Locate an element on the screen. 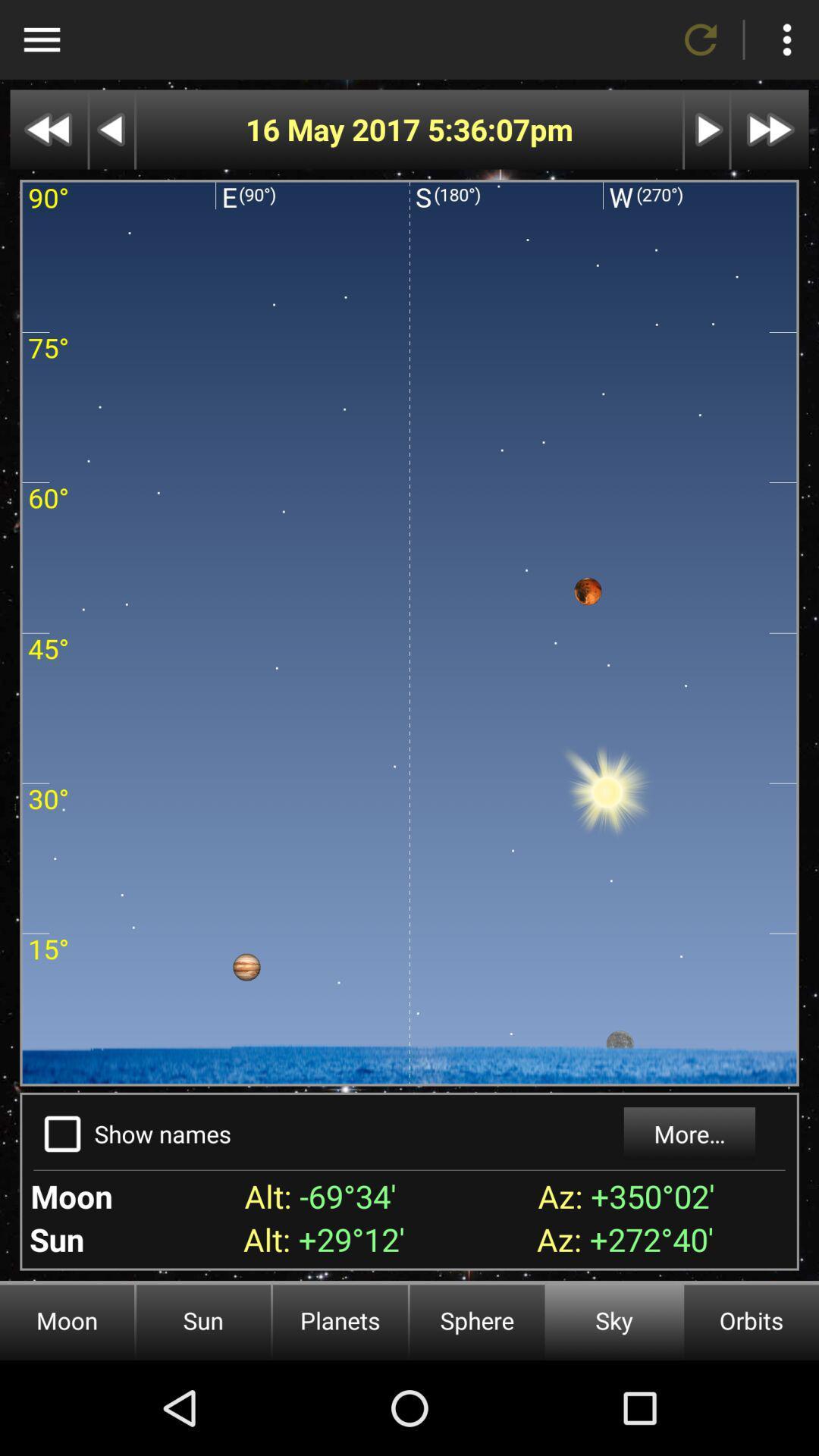 This screenshot has width=819, height=1456. go back is located at coordinates (111, 130).